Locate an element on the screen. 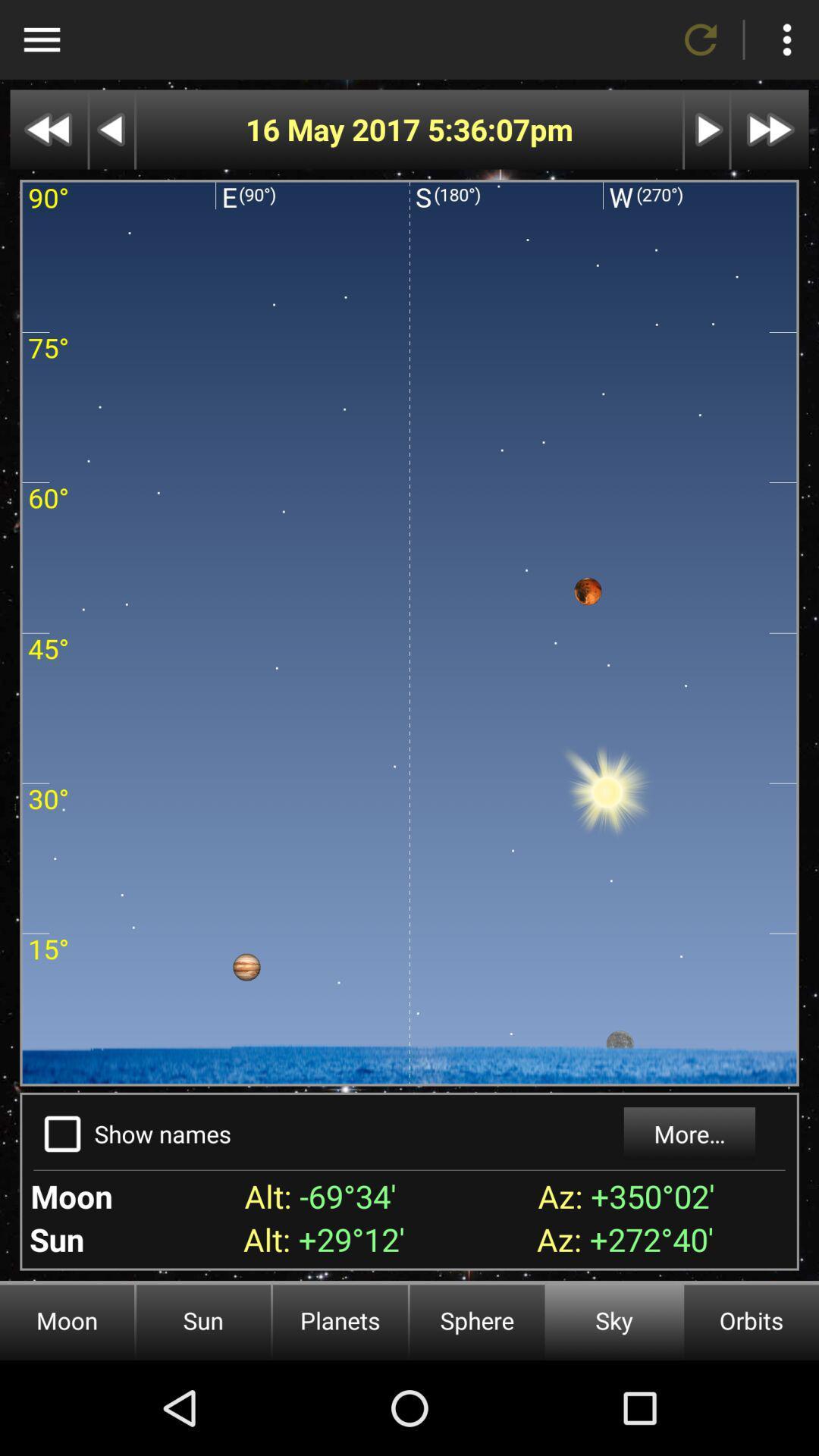 This screenshot has width=819, height=1456. go back is located at coordinates (111, 130).